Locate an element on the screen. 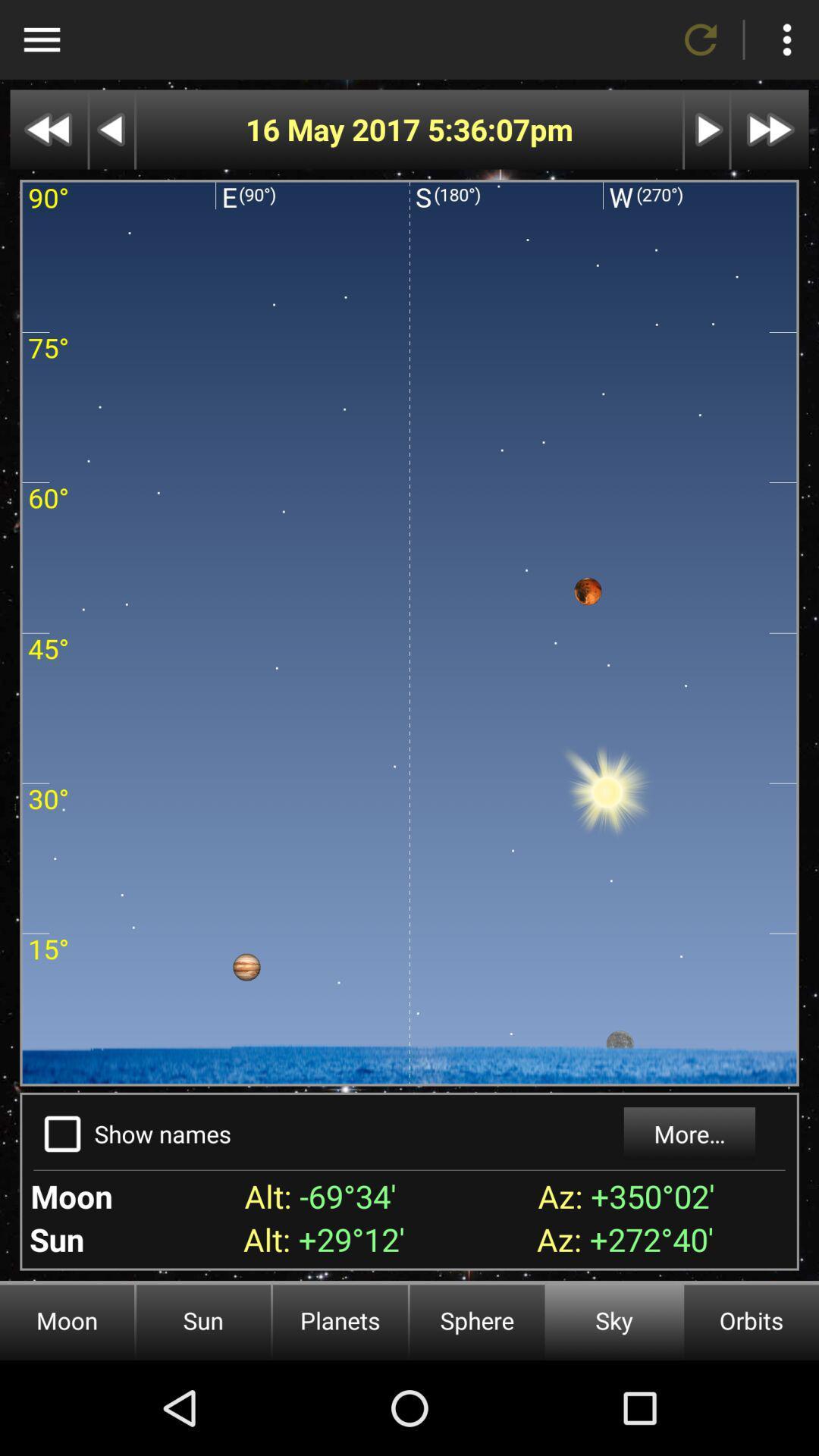 This screenshot has width=819, height=1456. go back is located at coordinates (111, 130).